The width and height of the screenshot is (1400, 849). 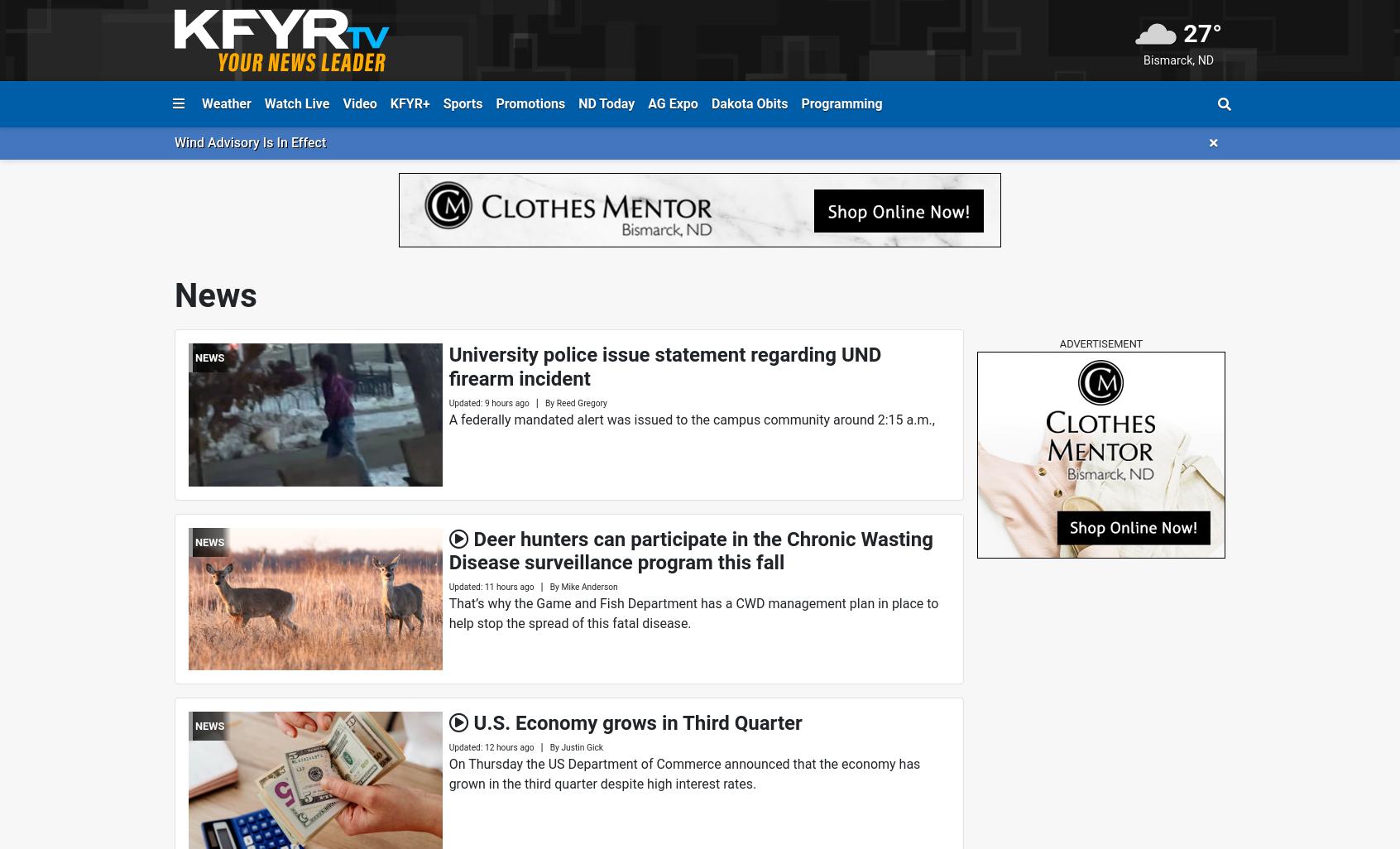 I want to click on 'That’s why the Game and Fish Department has a CWD management plan in place to help stop the spread of this fatal disease.', so click(x=693, y=613).